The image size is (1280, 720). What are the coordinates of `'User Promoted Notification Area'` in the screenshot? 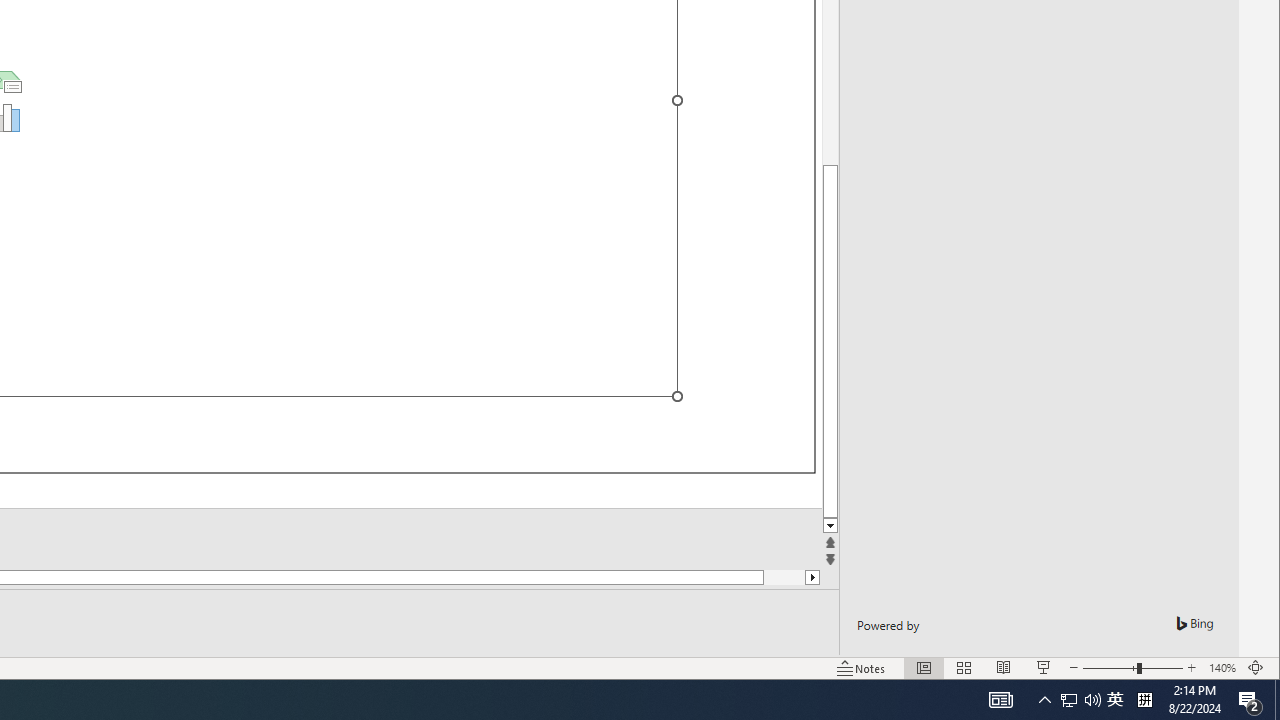 It's located at (1079, 698).